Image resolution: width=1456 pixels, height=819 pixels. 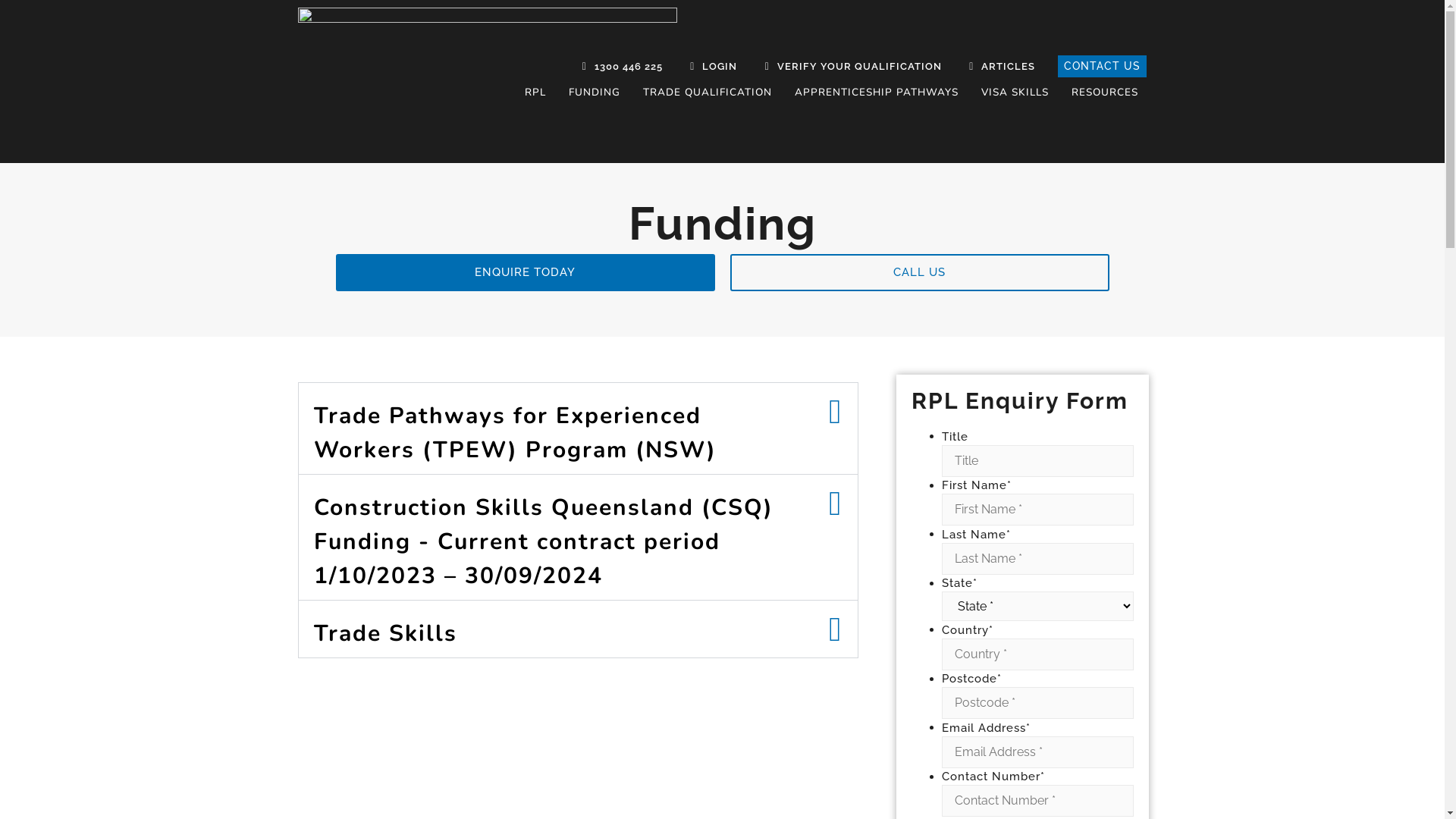 I want to click on 'TRADE QUALIFICATION', so click(x=706, y=93).